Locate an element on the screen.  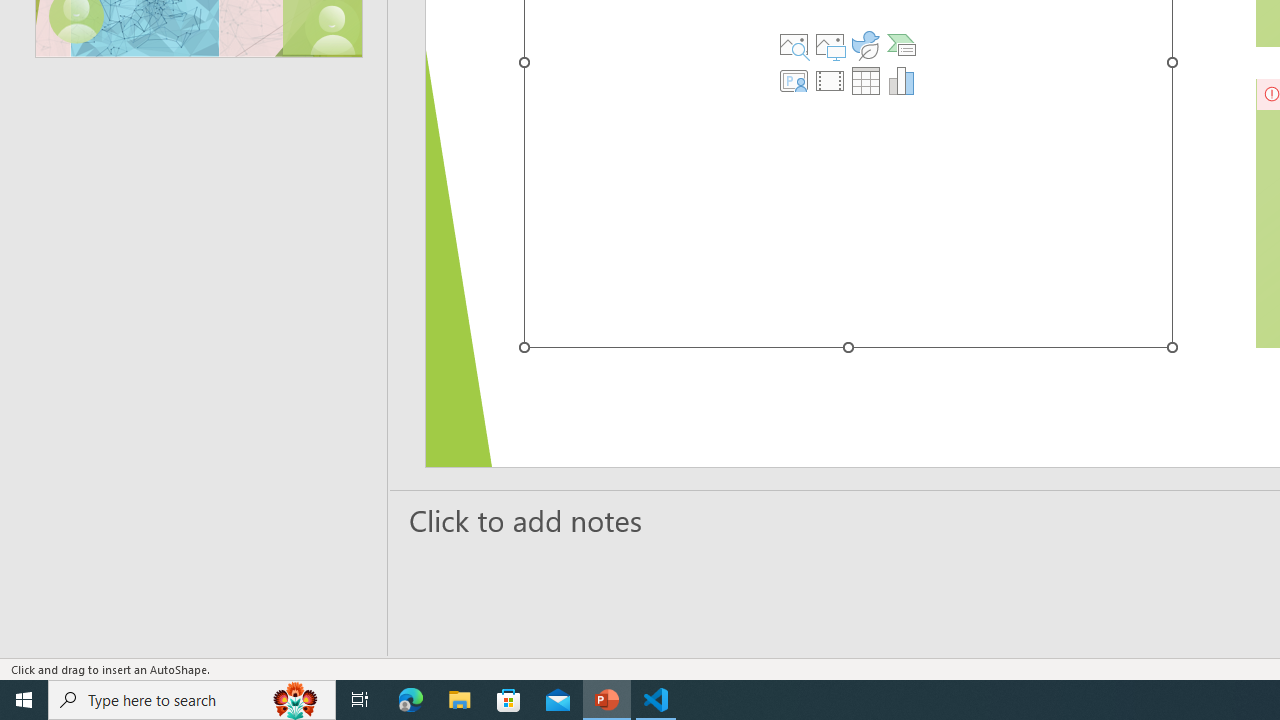
'Insert Table' is located at coordinates (865, 80).